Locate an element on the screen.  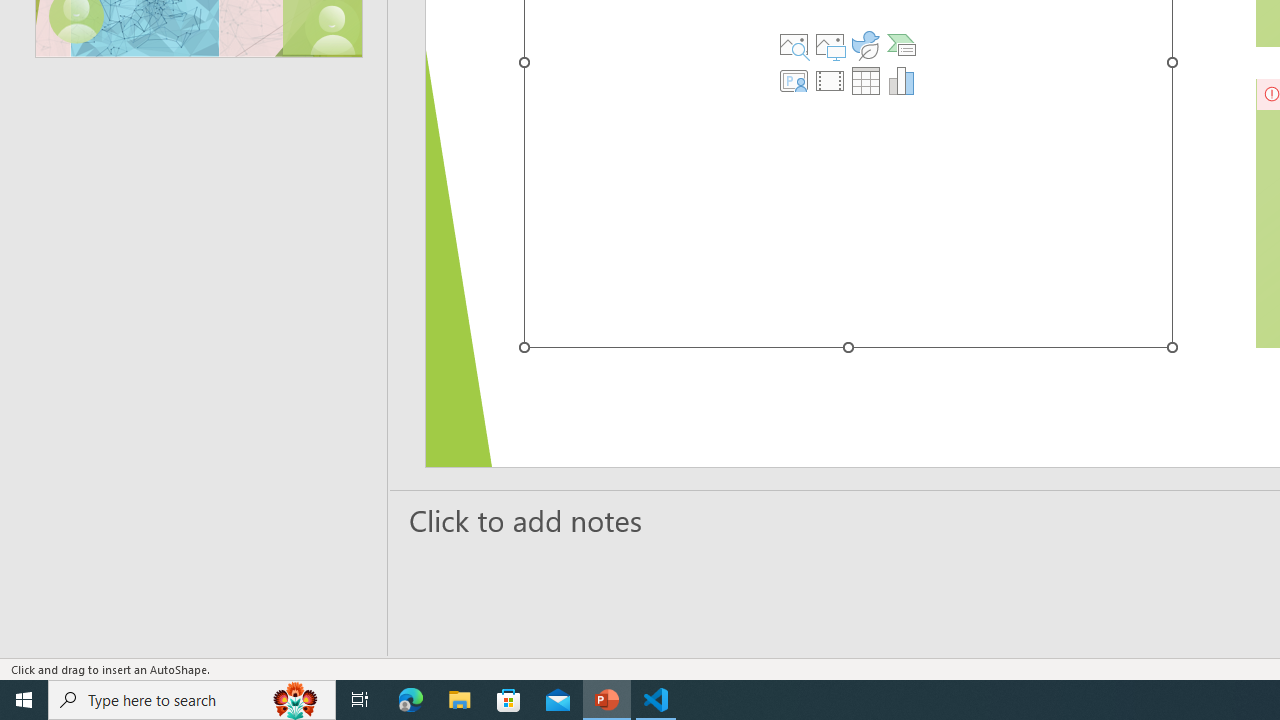
'Insert Table' is located at coordinates (865, 80).